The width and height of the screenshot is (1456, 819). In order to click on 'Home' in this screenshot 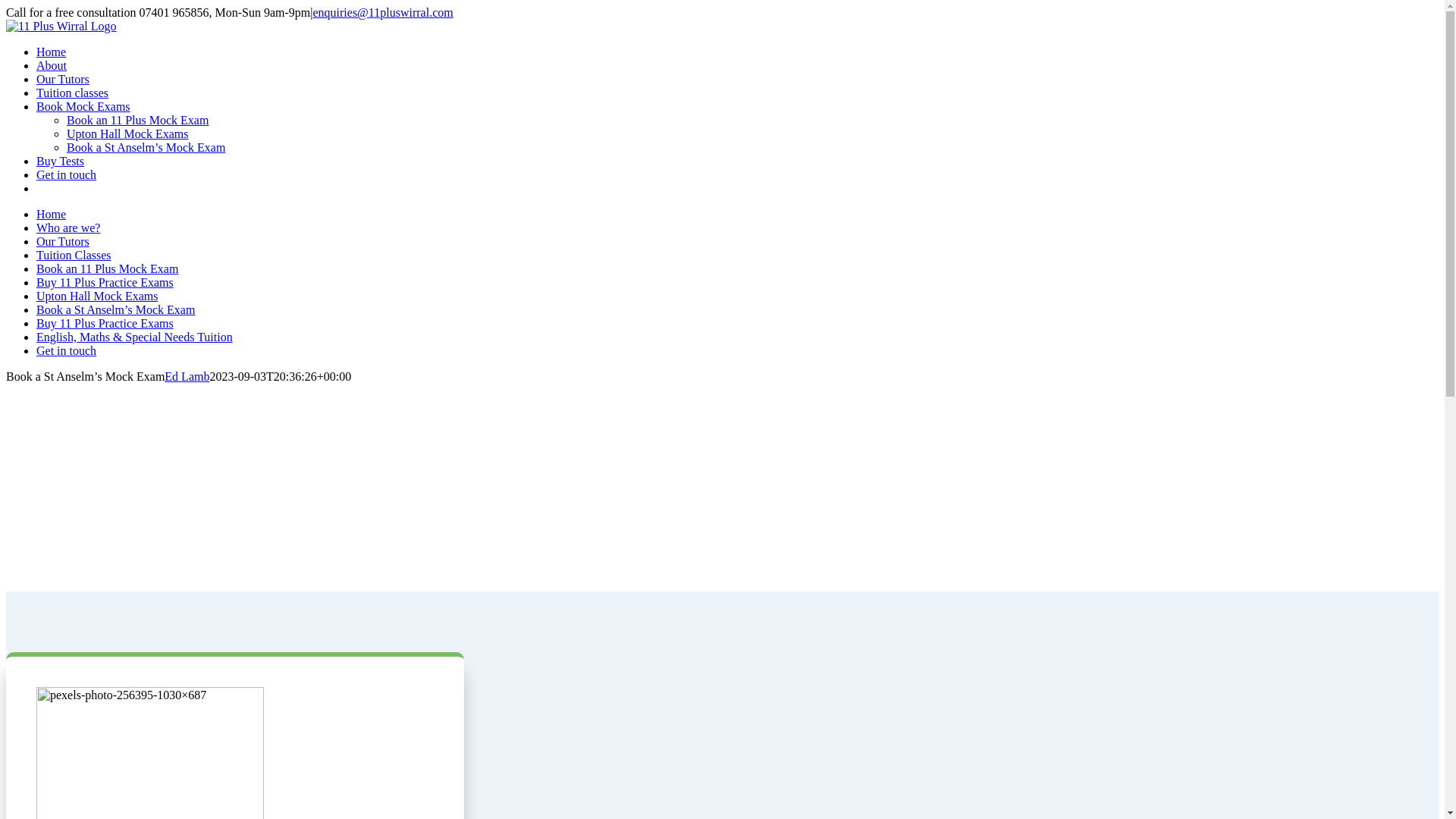, I will do `click(51, 214)`.